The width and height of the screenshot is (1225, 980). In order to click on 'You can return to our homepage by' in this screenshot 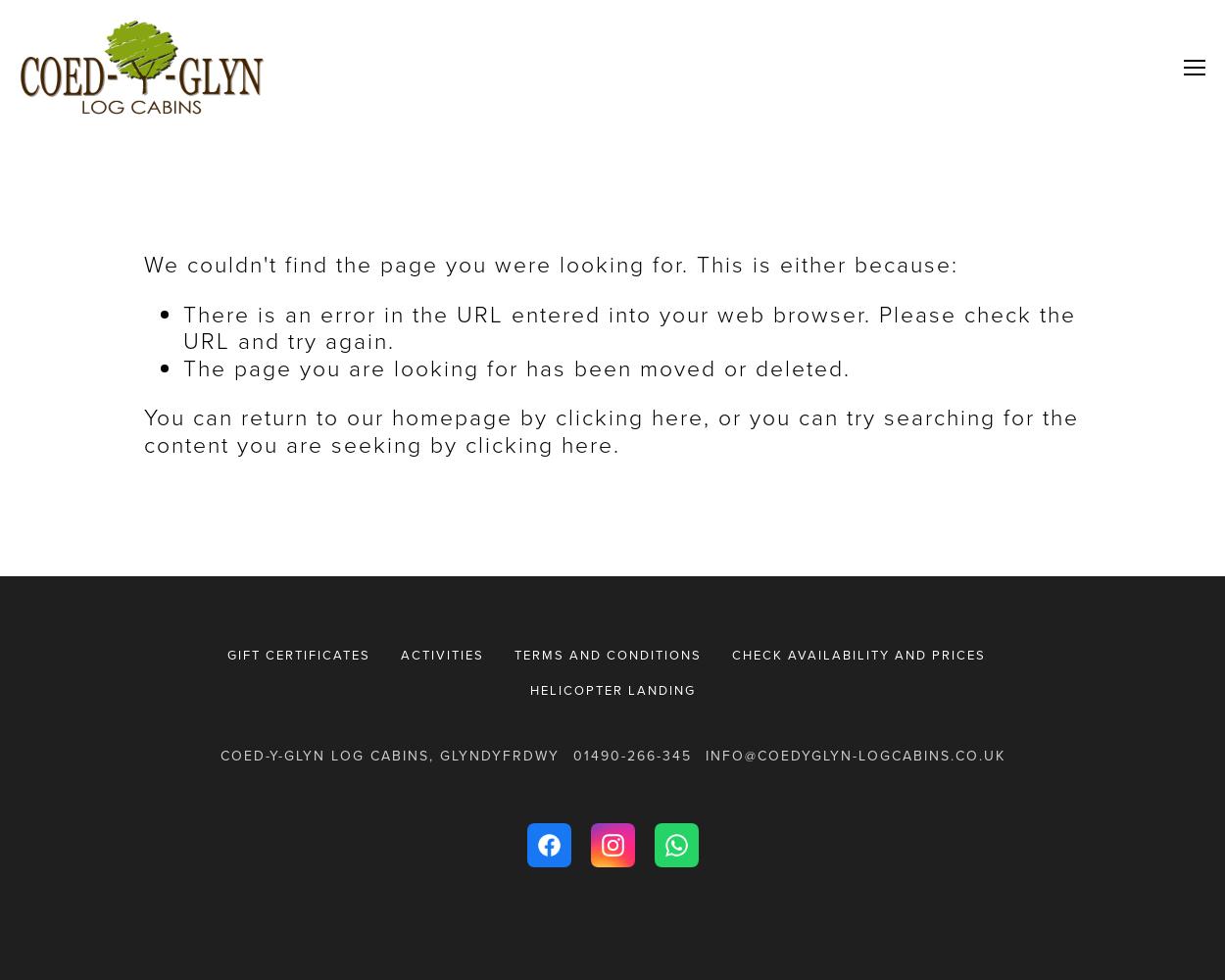, I will do `click(349, 417)`.